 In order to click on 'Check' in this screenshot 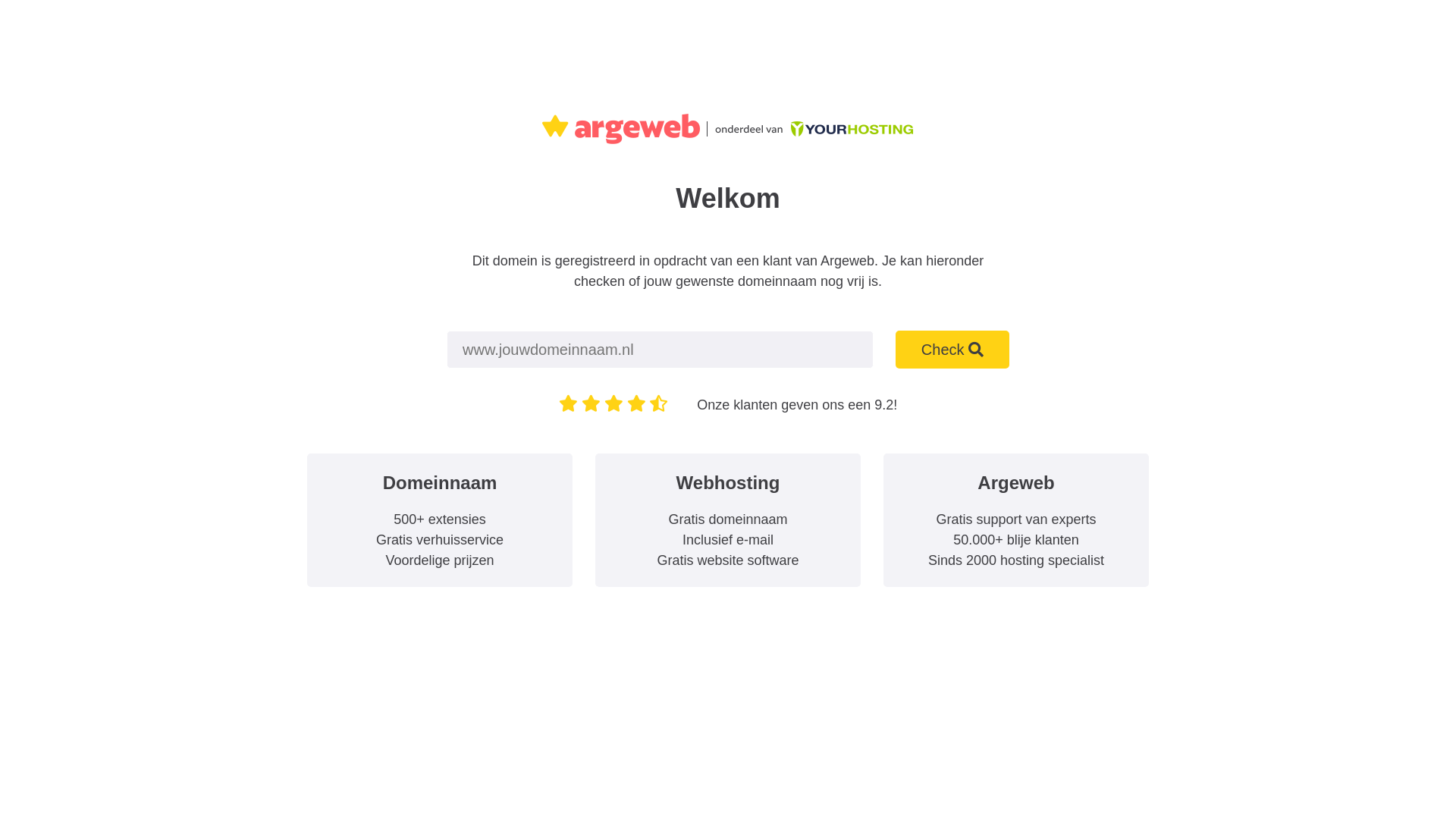, I will do `click(952, 350)`.